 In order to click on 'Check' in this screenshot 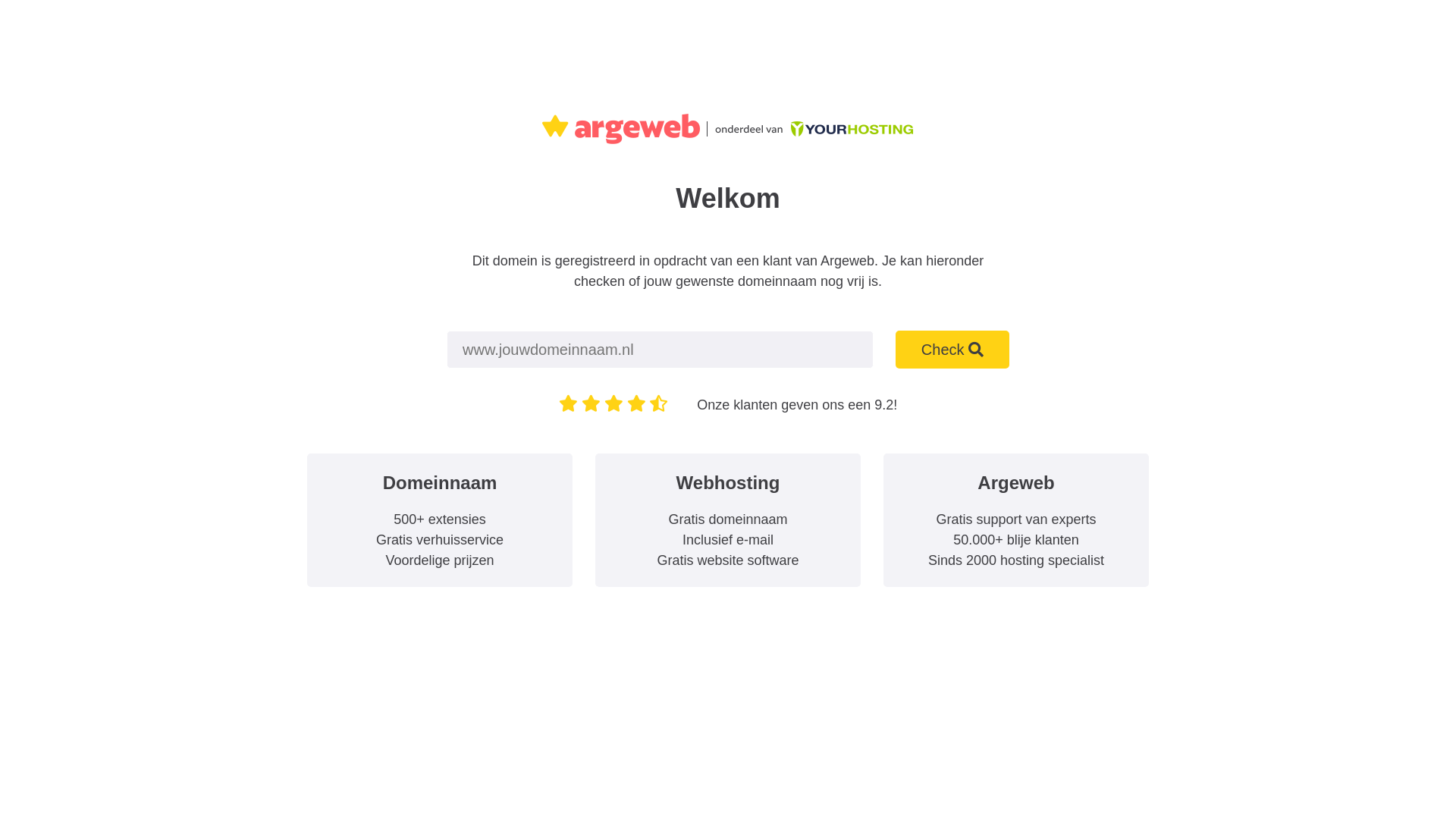, I will do `click(952, 350)`.